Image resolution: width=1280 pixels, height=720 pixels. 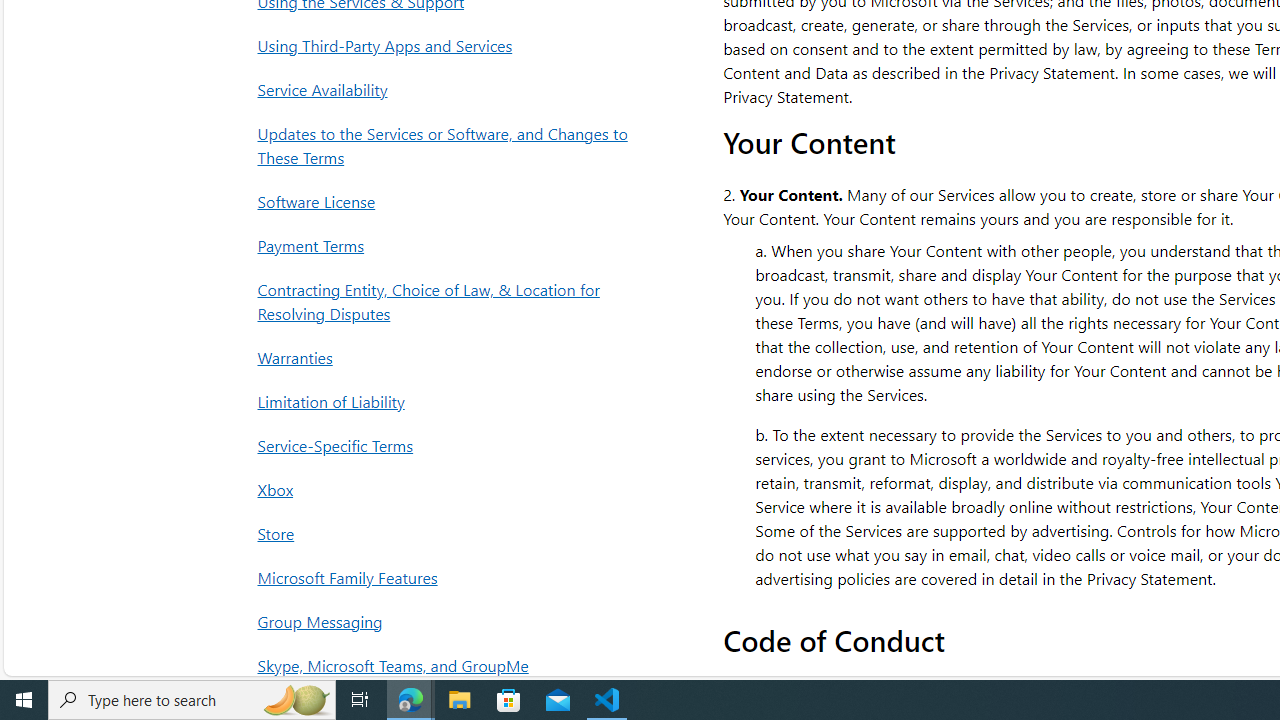 What do you see at coordinates (447, 88) in the screenshot?
I see `'Service Availability'` at bounding box center [447, 88].